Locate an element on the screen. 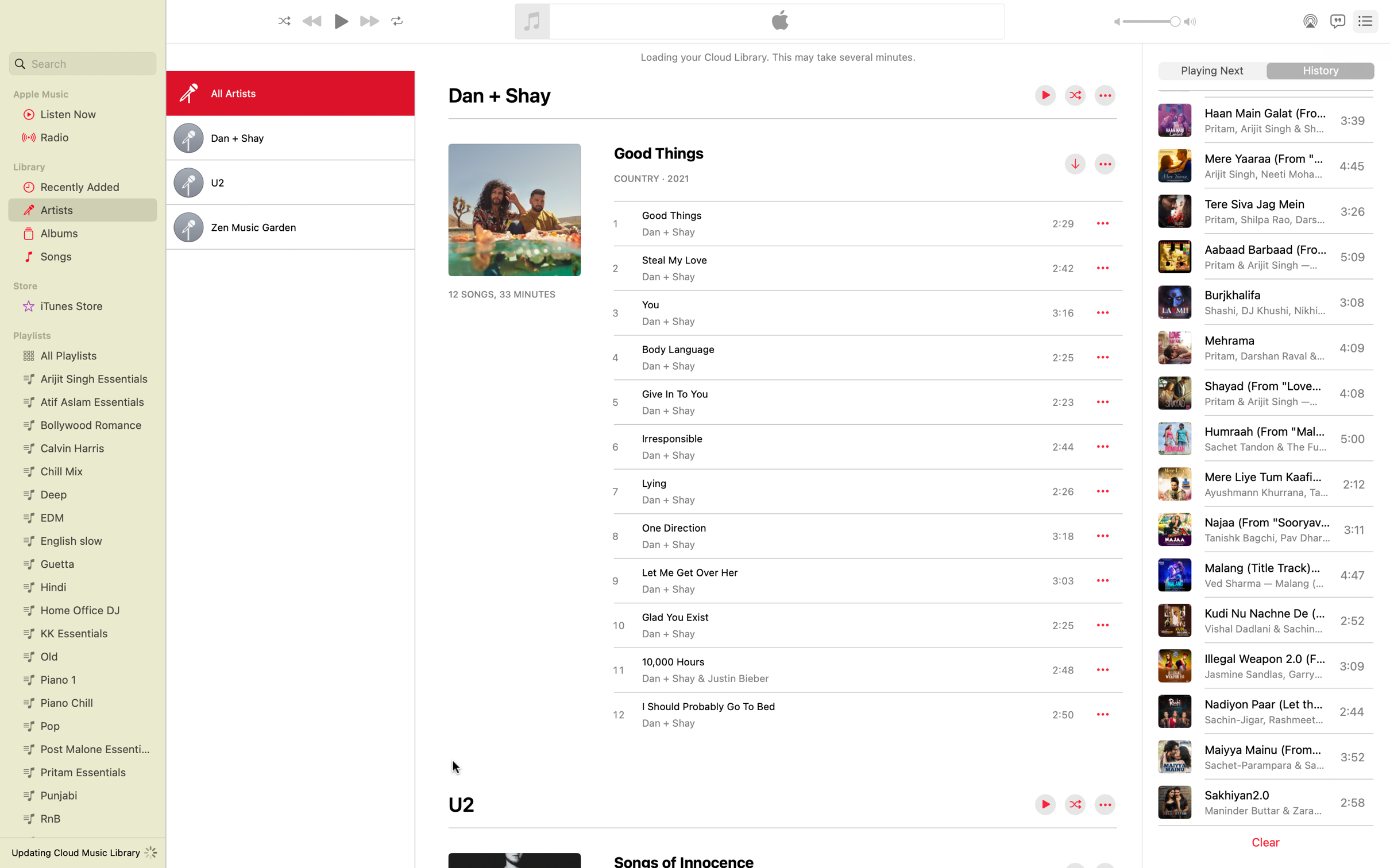 This screenshot has height=868, width=1390. the playback of song "Nadiyon Paar is located at coordinates (1262, 710).